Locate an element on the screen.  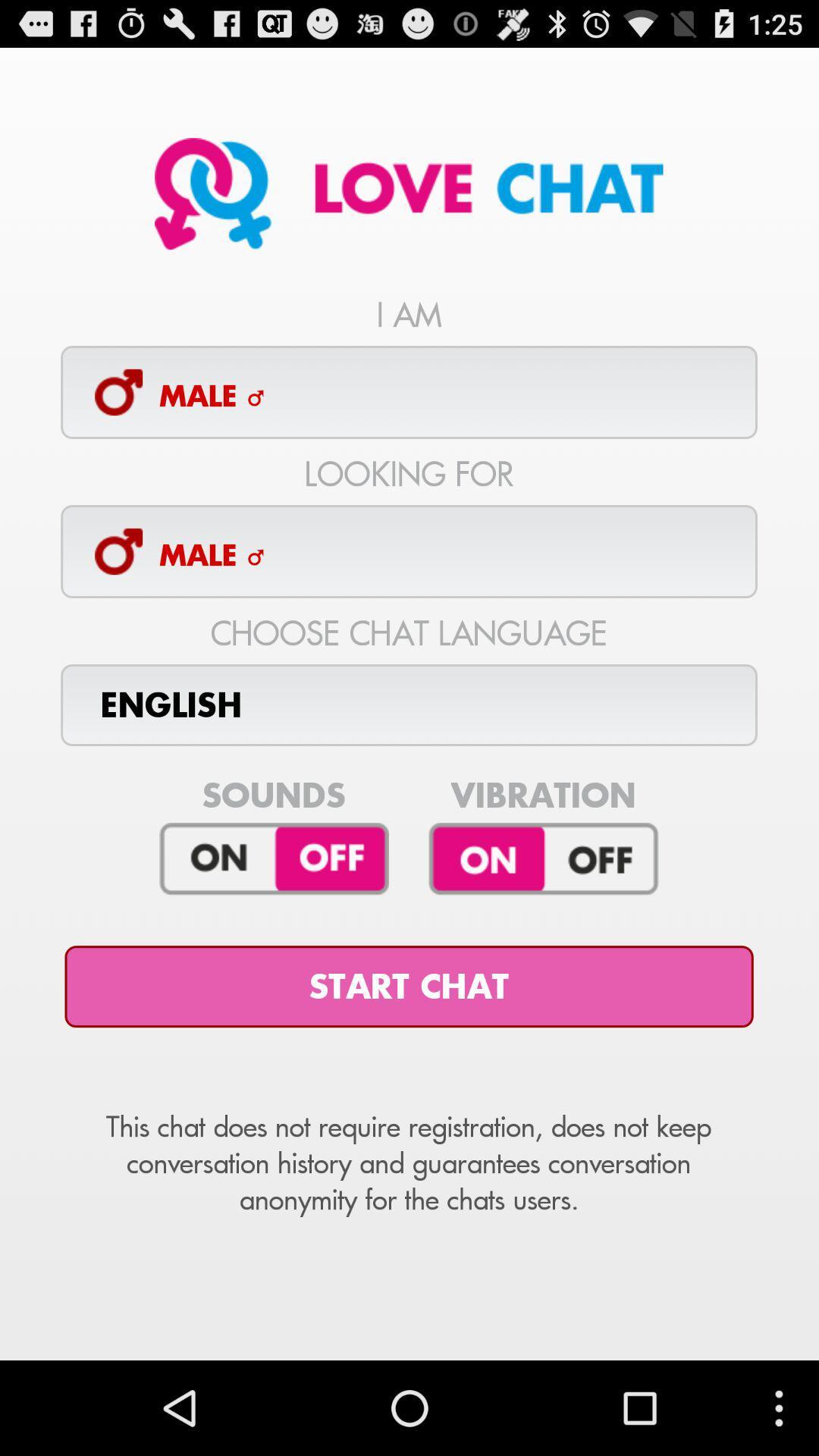
sounds is located at coordinates (274, 859).